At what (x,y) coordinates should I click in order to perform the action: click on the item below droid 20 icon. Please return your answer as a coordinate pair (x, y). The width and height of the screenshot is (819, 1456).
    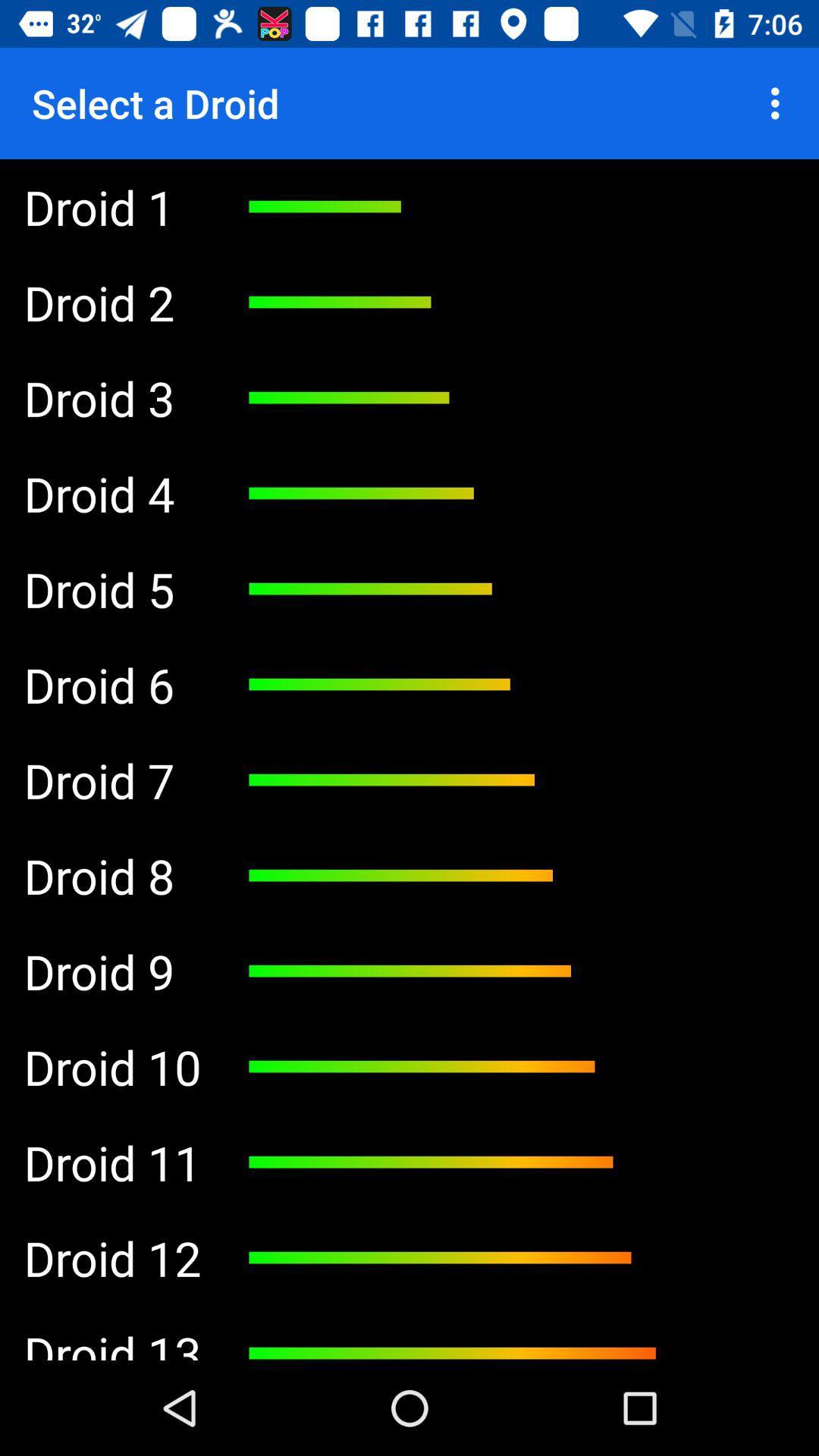
    Looking at the image, I should click on (111, 494).